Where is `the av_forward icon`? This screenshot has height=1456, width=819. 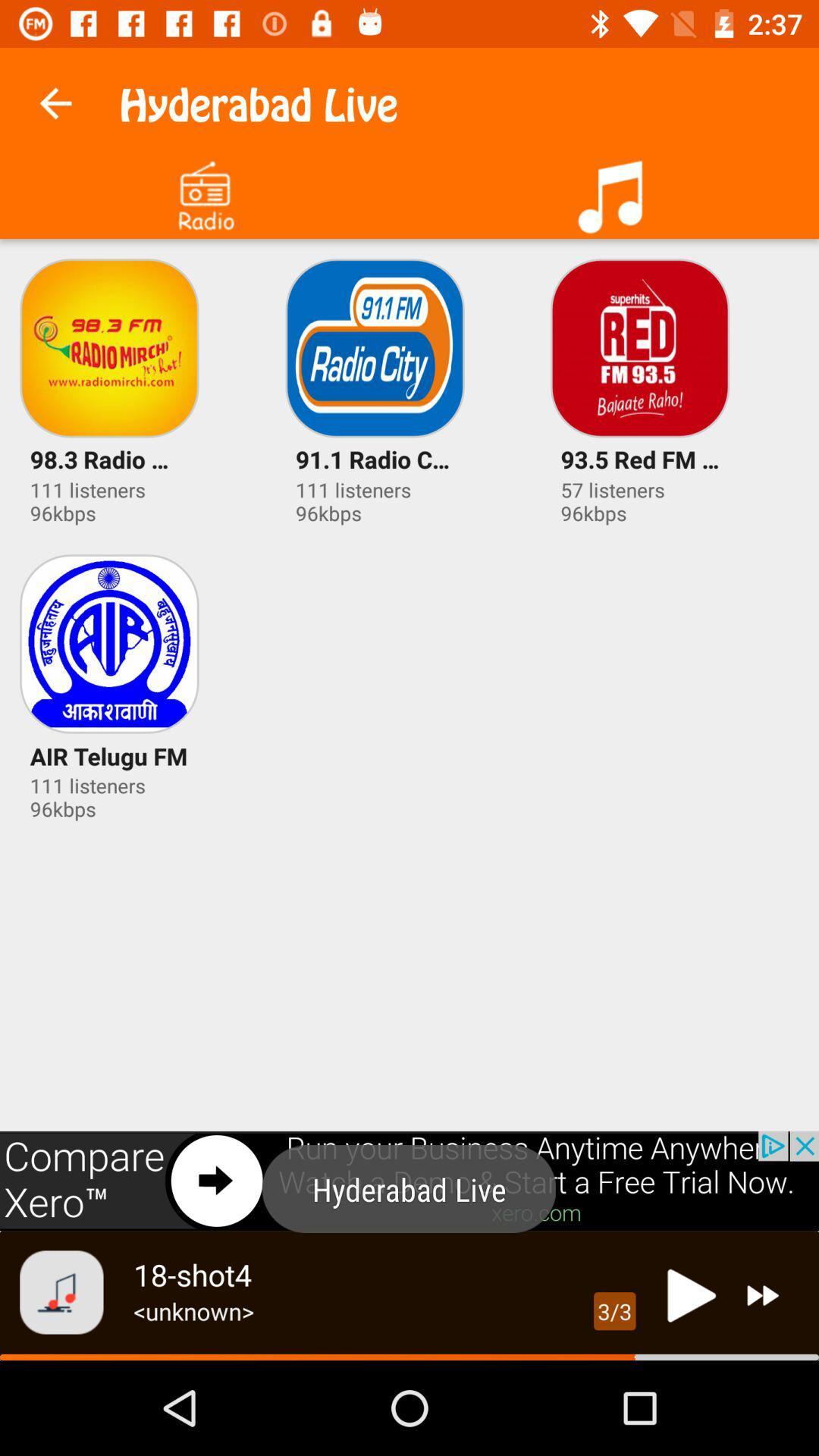
the av_forward icon is located at coordinates (763, 1294).